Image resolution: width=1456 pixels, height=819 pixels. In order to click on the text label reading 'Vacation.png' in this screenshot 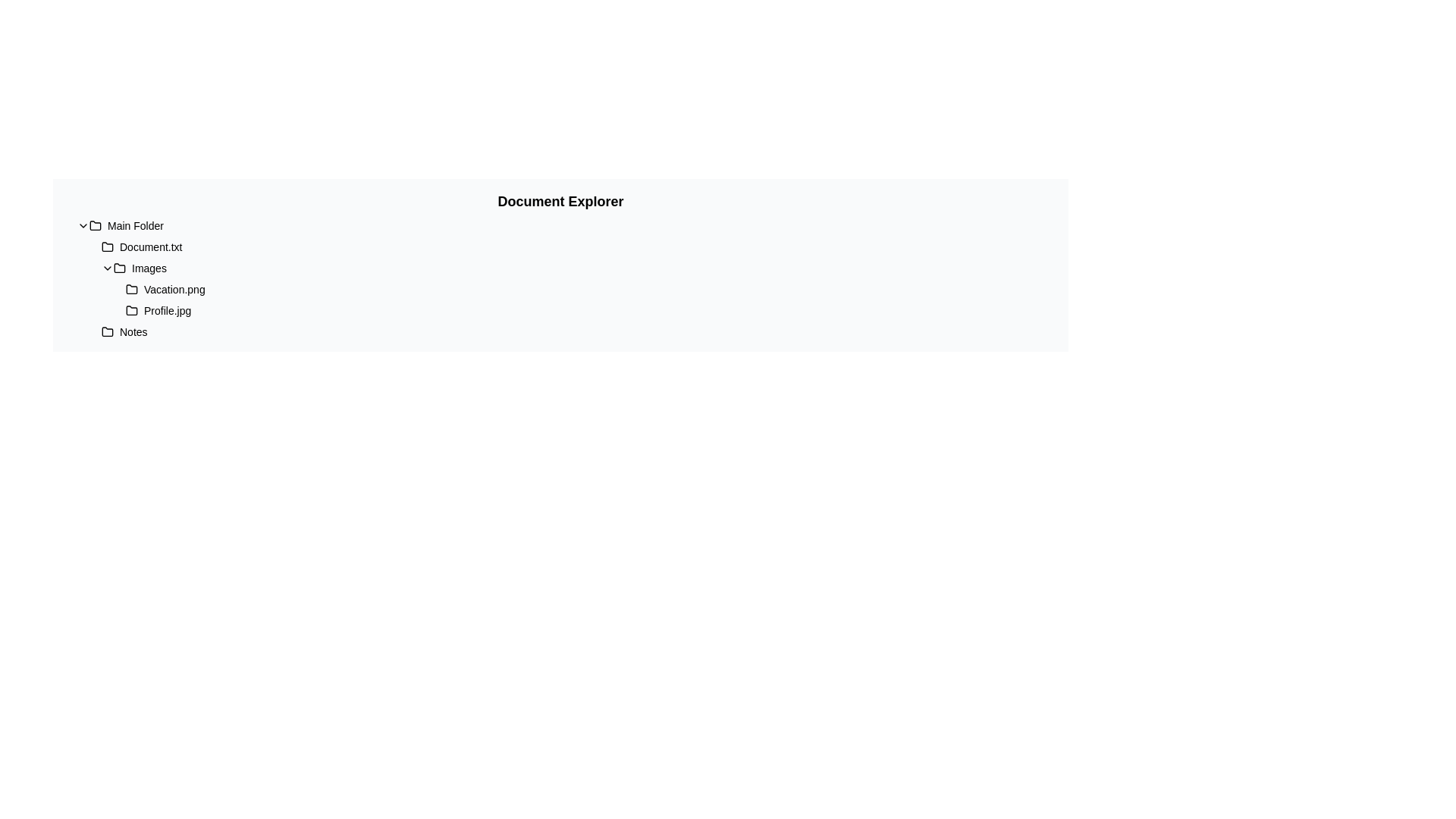, I will do `click(174, 289)`.